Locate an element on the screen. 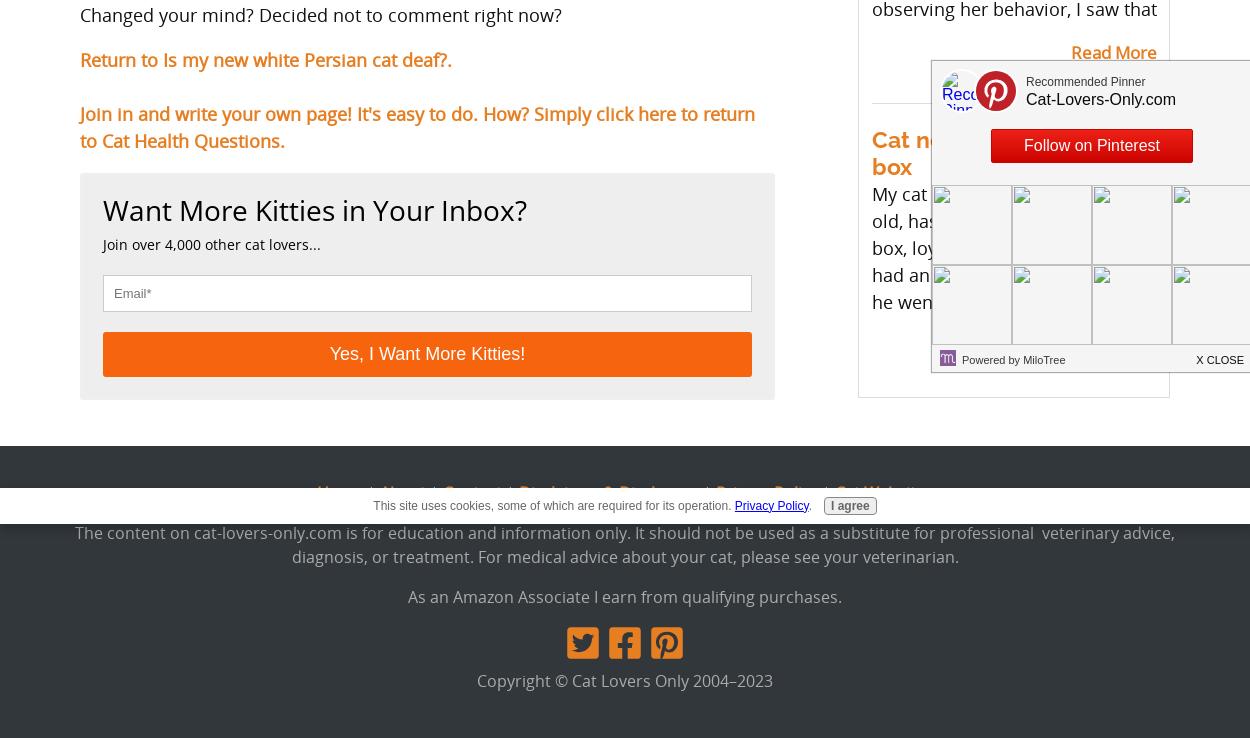  'Disclaimer & Disclosure' is located at coordinates (608, 492).